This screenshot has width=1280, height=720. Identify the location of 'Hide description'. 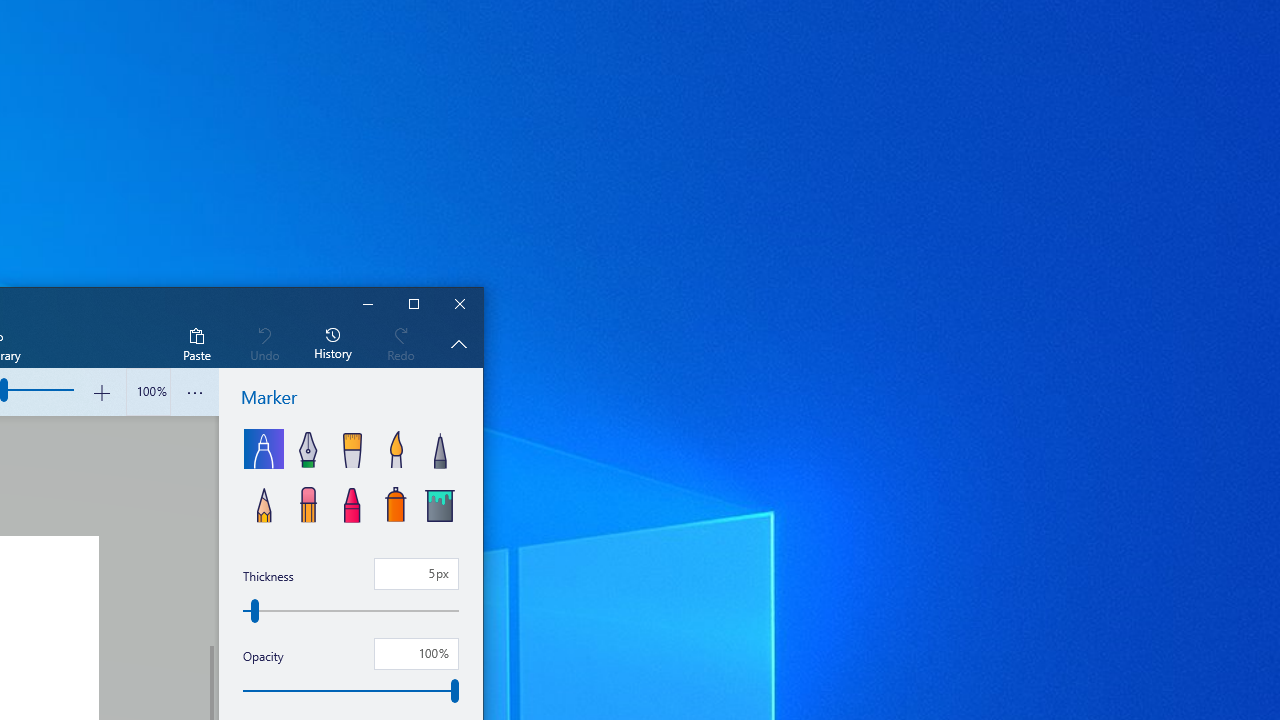
(457, 342).